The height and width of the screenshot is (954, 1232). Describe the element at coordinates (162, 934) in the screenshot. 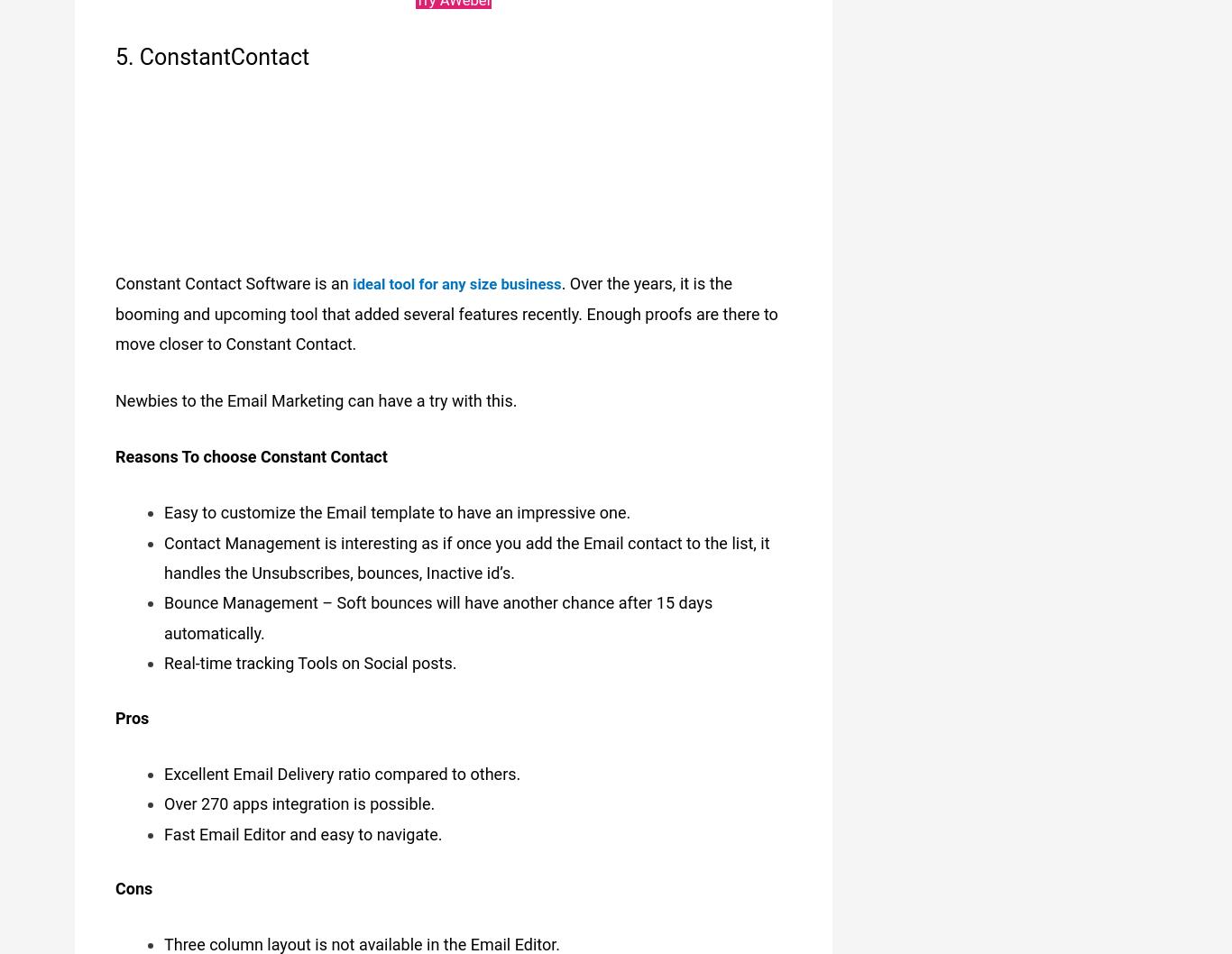

I see `'Three column layout is not available in the Email Editor.'` at that location.